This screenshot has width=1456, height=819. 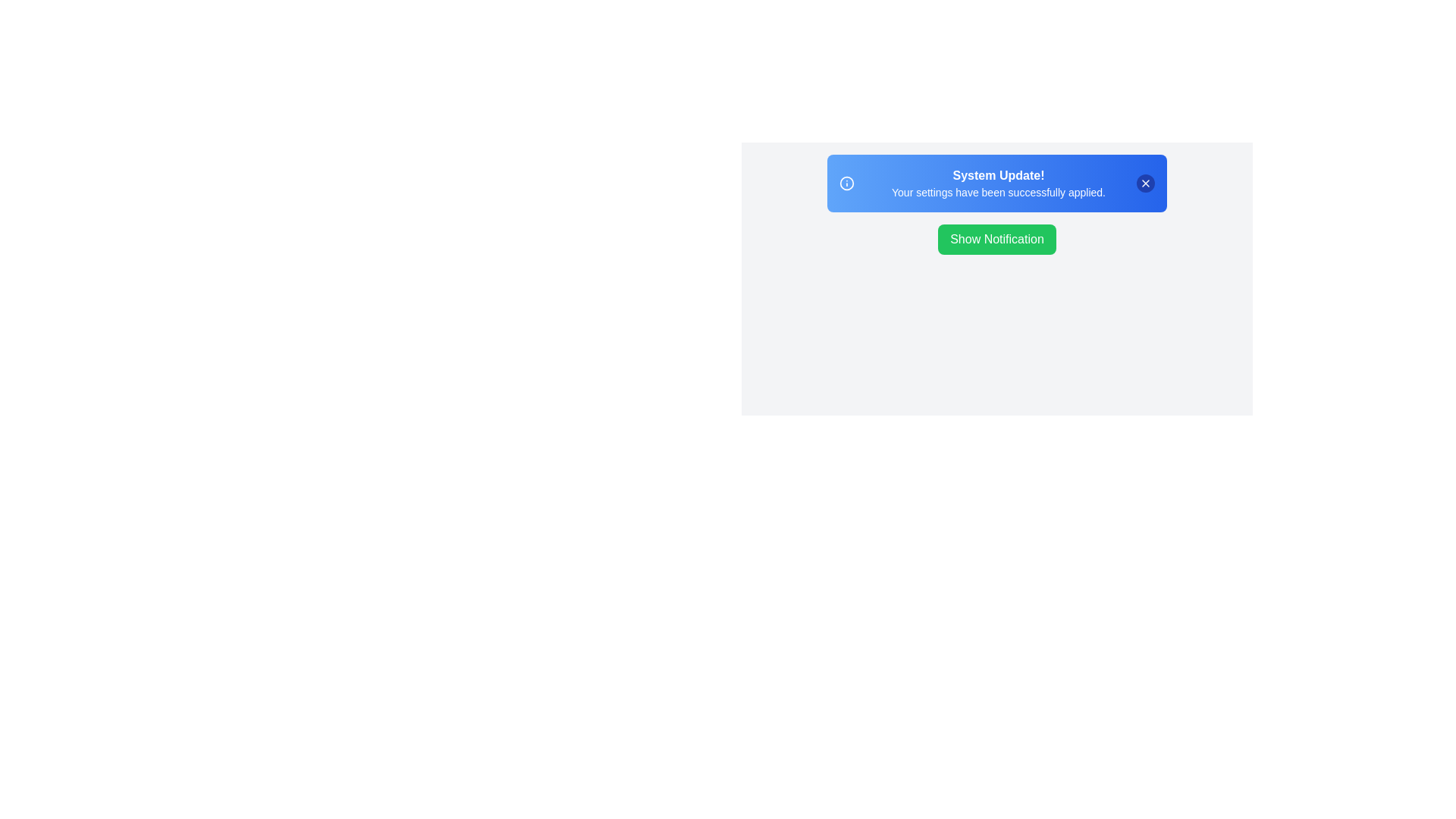 I want to click on the 'Show Notification' button to re-display the snackbar notification, so click(x=997, y=239).